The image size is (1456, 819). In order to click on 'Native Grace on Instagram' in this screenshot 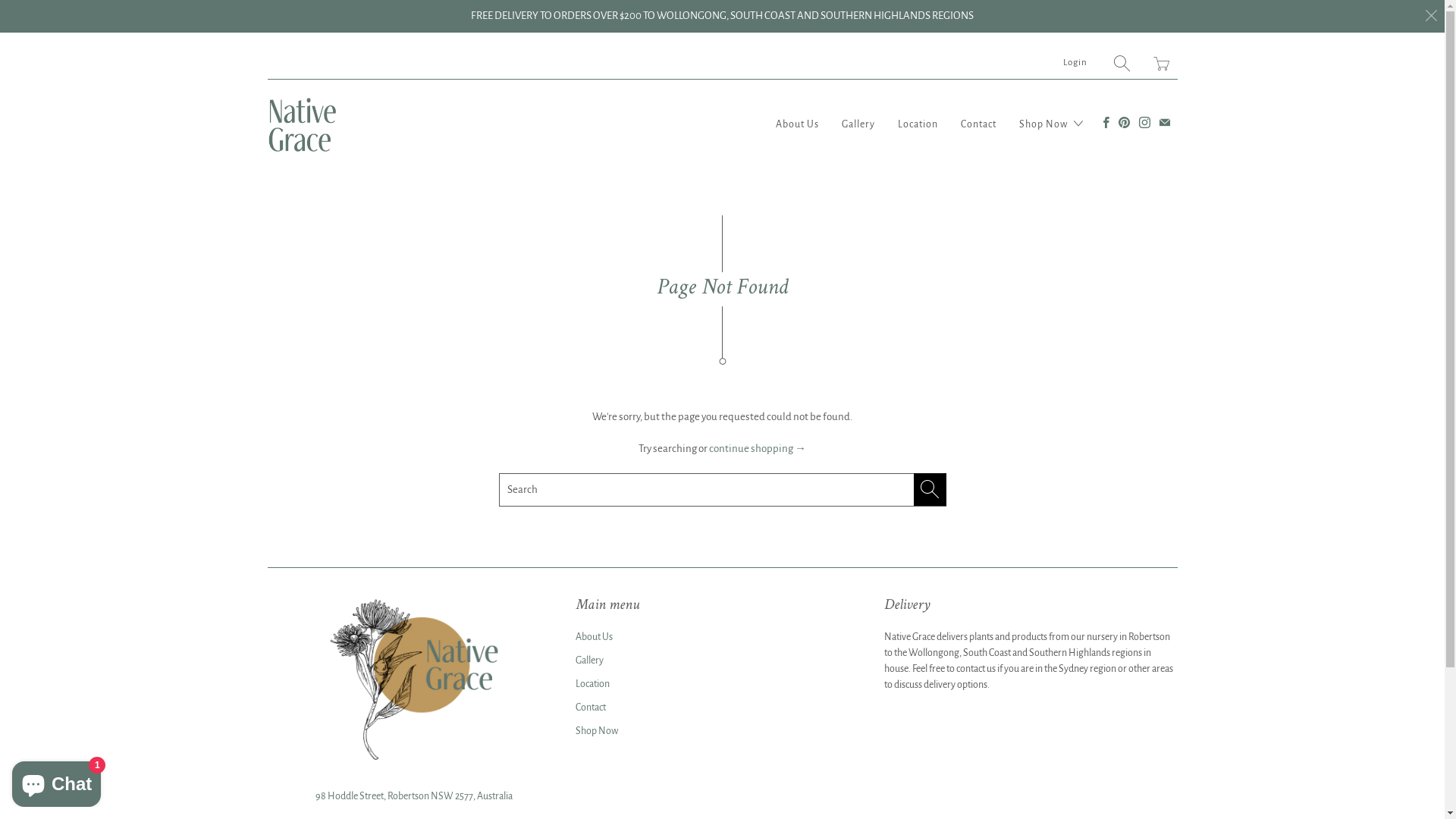, I will do `click(1144, 121)`.